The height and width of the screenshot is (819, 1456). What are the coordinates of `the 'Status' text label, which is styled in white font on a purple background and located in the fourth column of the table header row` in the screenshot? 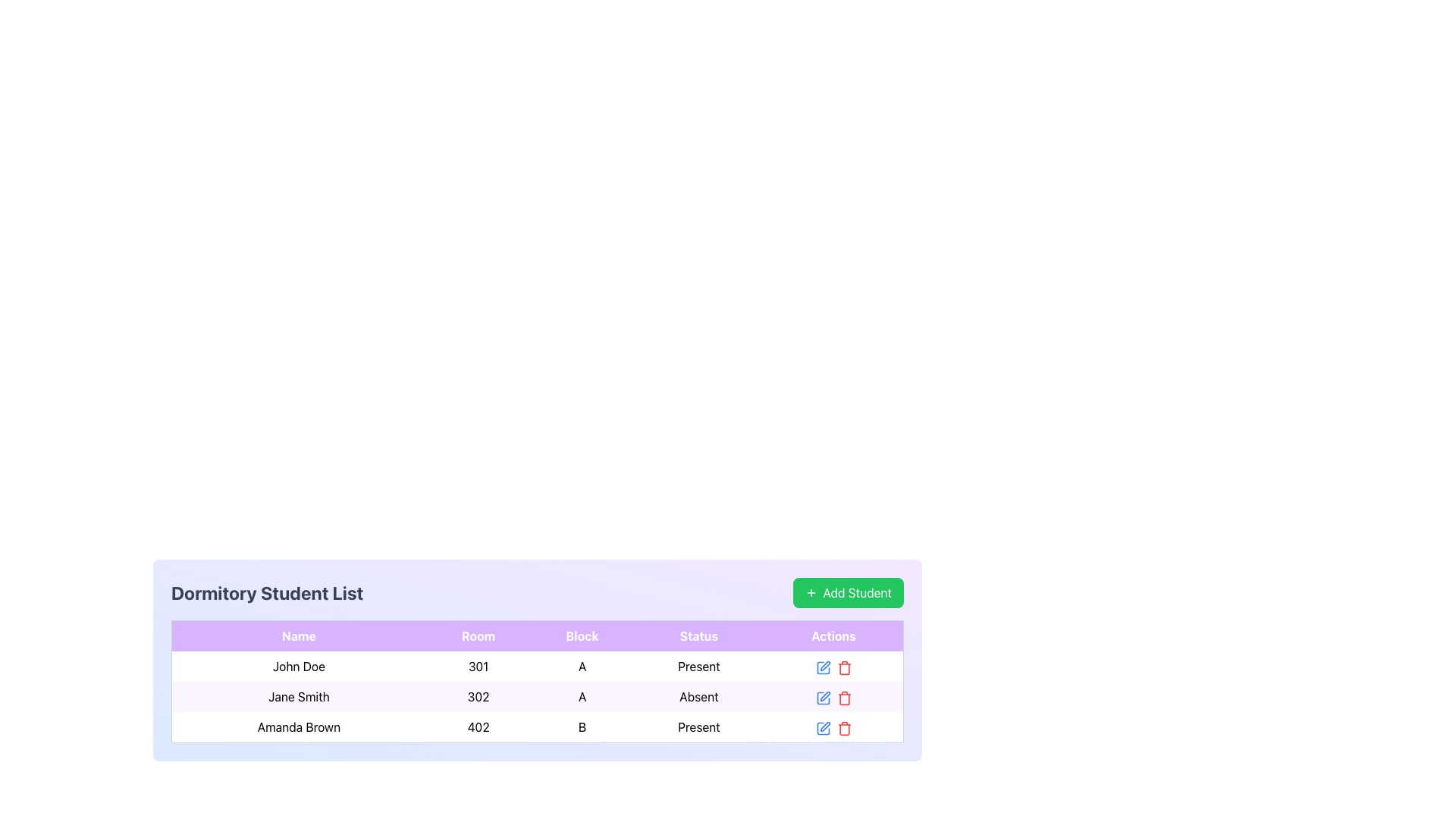 It's located at (698, 635).